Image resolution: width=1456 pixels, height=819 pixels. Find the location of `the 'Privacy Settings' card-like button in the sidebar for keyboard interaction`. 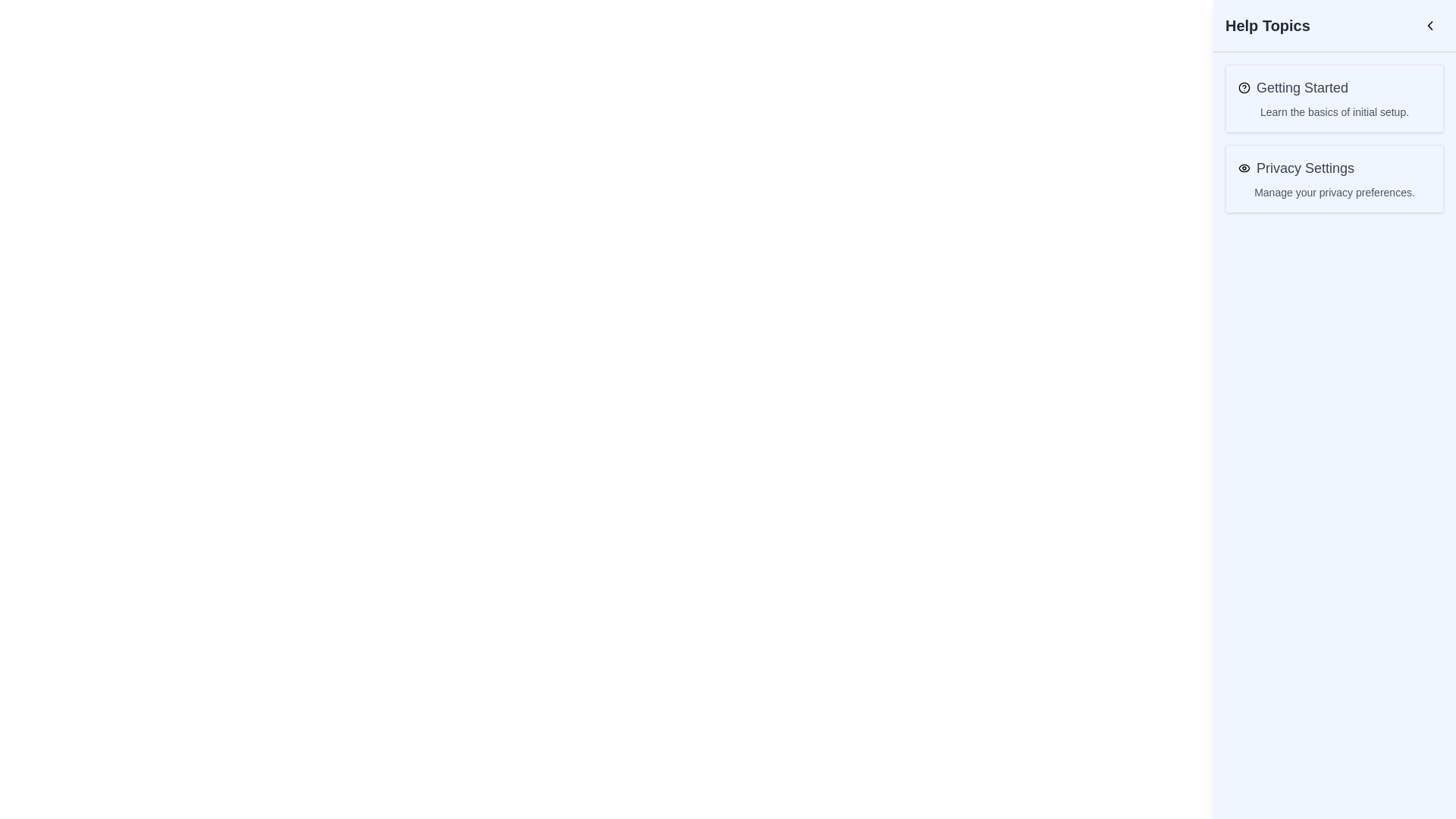

the 'Privacy Settings' card-like button in the sidebar for keyboard interaction is located at coordinates (1335, 177).